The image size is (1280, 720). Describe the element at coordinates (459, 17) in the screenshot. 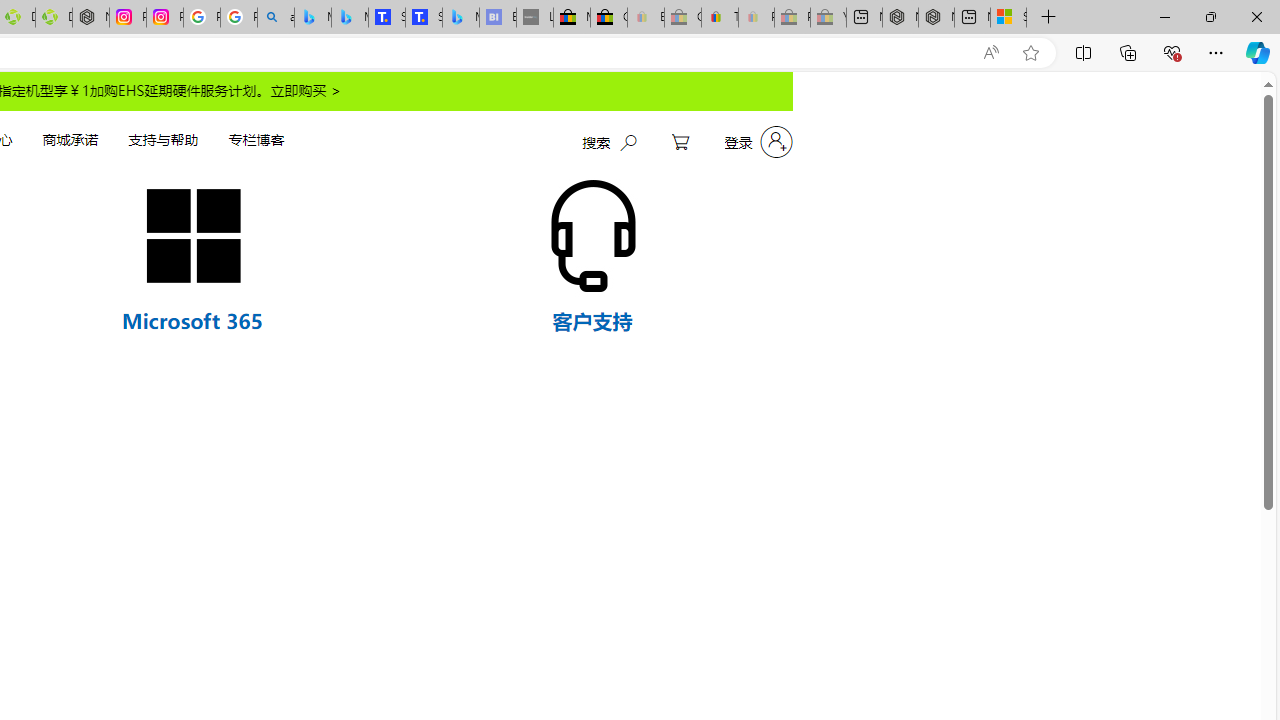

I see `'Microsoft Bing Travel - Shangri-La Hotel Bangkok'` at that location.